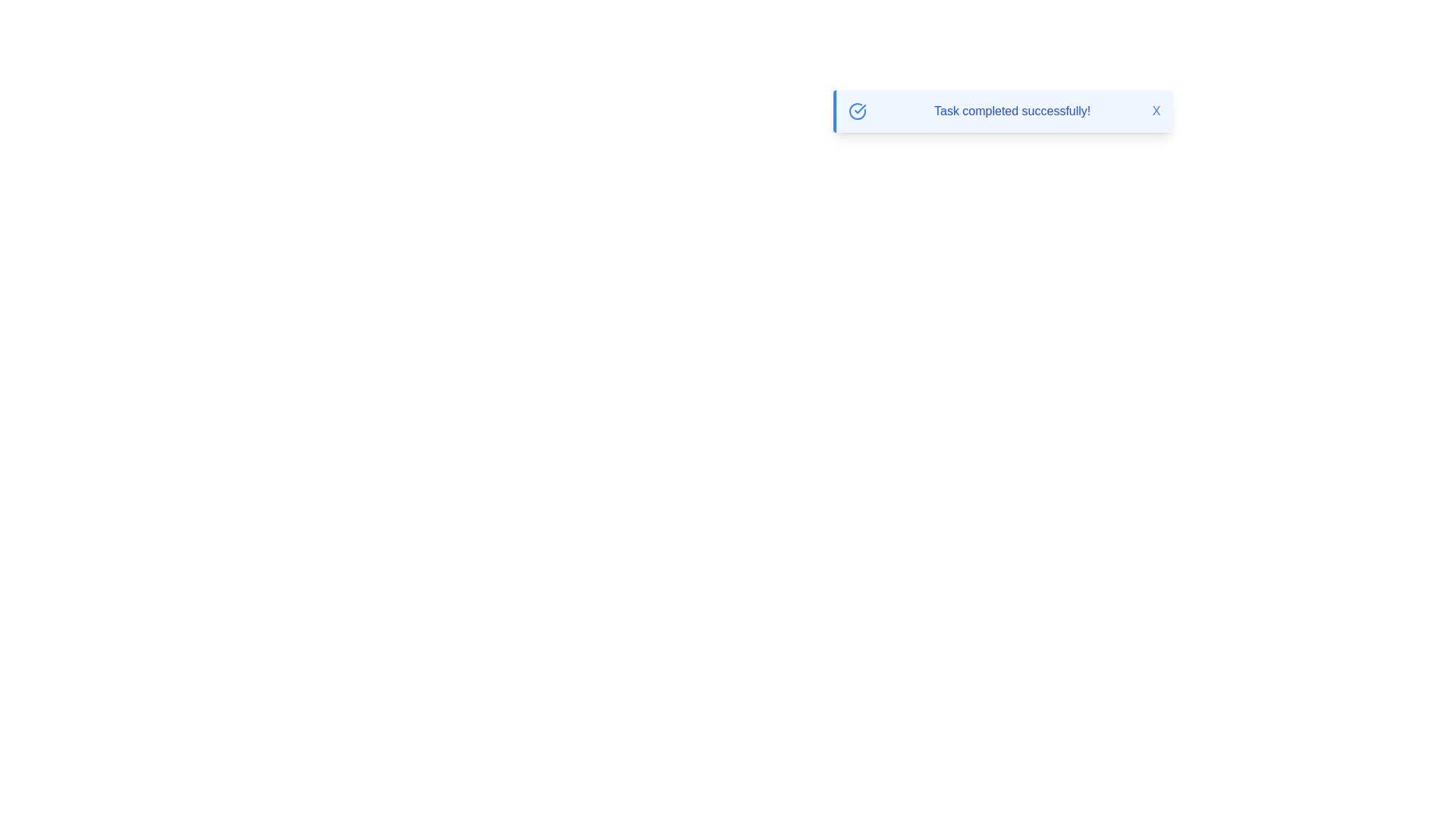  Describe the element at coordinates (1156, 110) in the screenshot. I see `the close button of the alert to close it` at that location.